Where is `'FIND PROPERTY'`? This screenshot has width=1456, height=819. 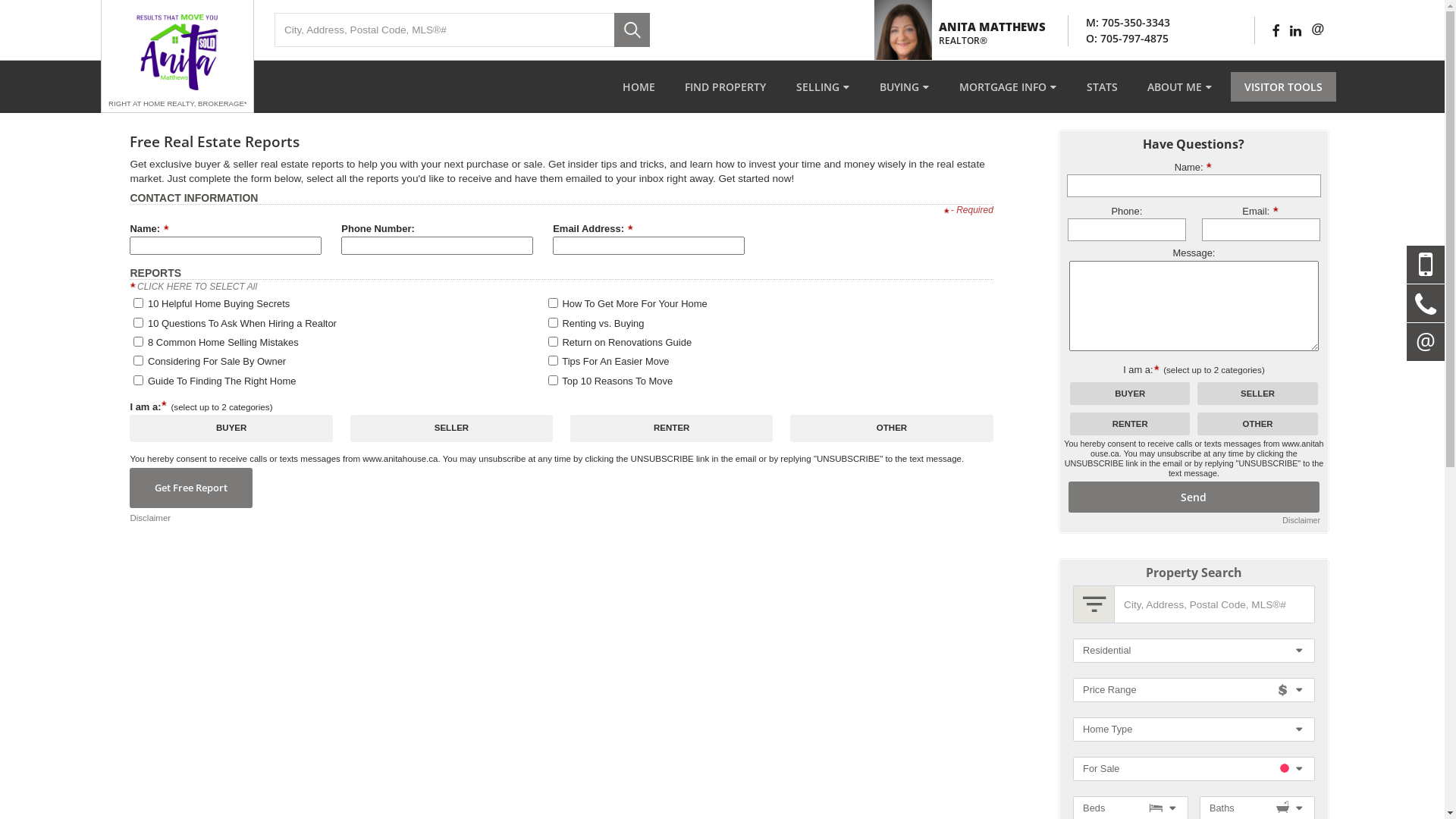
'FIND PROPERTY' is located at coordinates (724, 86).